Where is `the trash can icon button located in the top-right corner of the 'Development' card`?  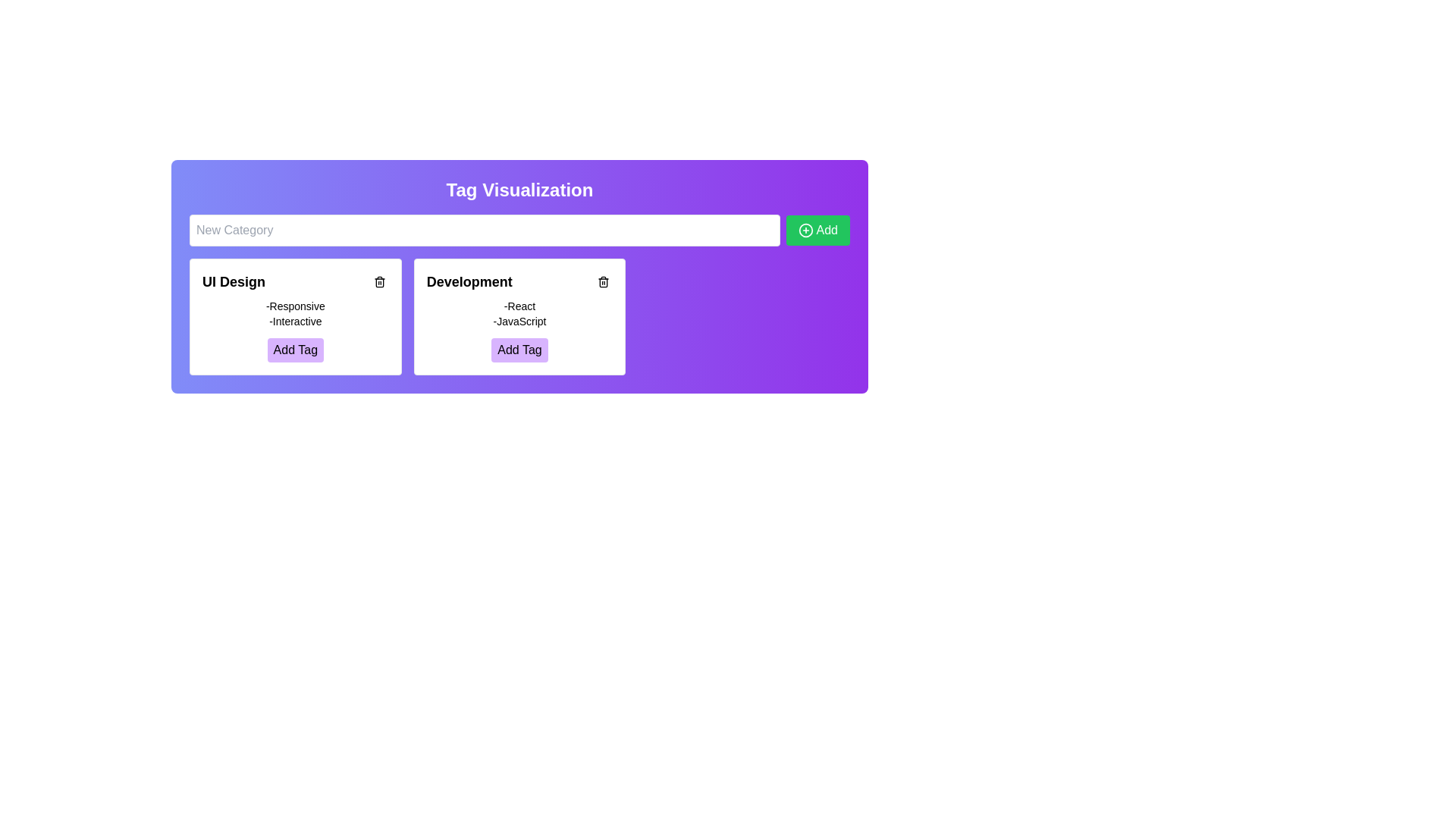 the trash can icon button located in the top-right corner of the 'Development' card is located at coordinates (603, 281).